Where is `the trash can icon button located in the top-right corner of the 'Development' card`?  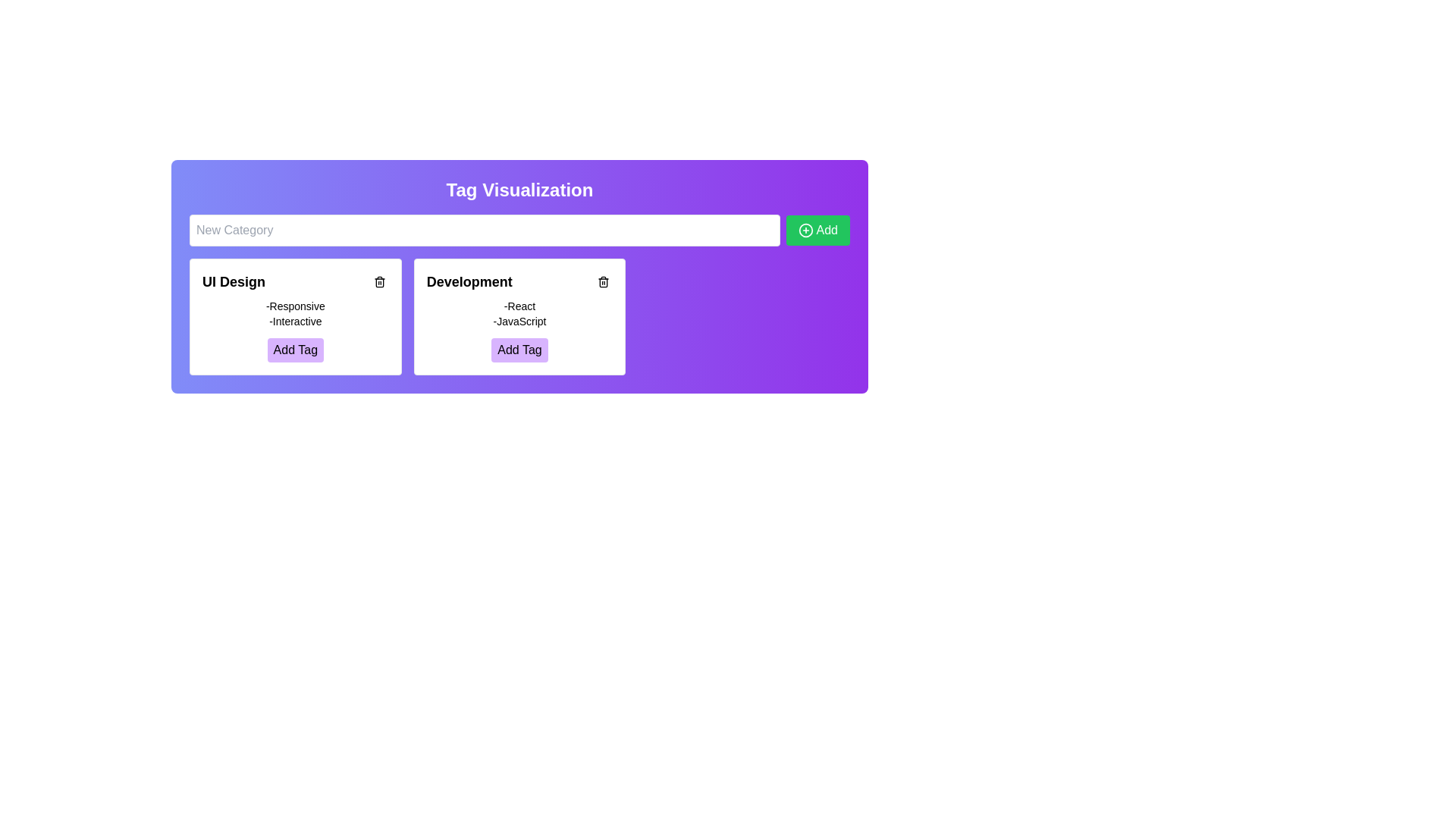 the trash can icon button located in the top-right corner of the 'Development' card is located at coordinates (603, 281).